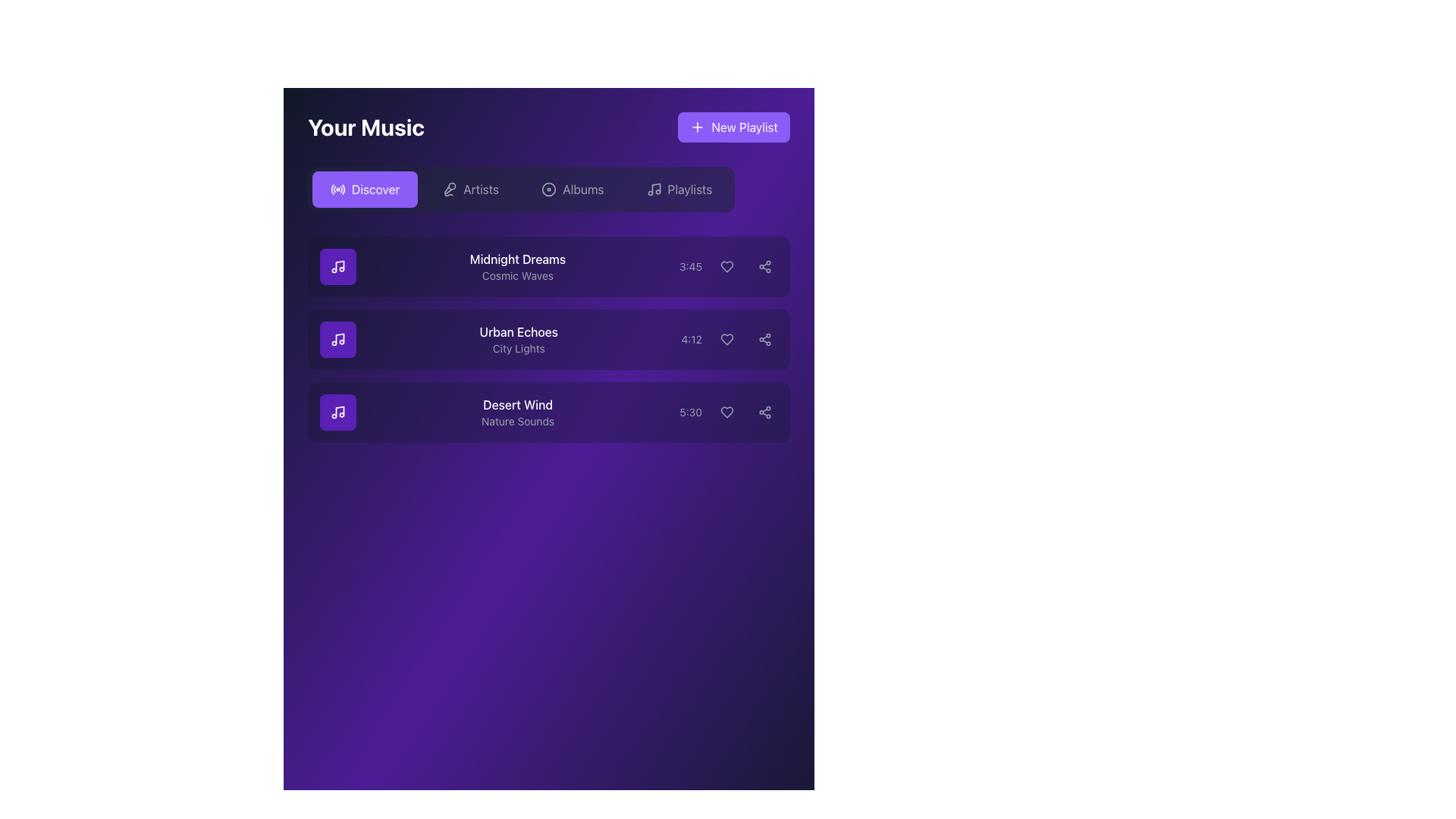 Image resolution: width=1456 pixels, height=819 pixels. I want to click on the informational text label displaying the duration of a media item, located in the first row of a list, to the right of the main text content and near interactive icons, so click(690, 265).